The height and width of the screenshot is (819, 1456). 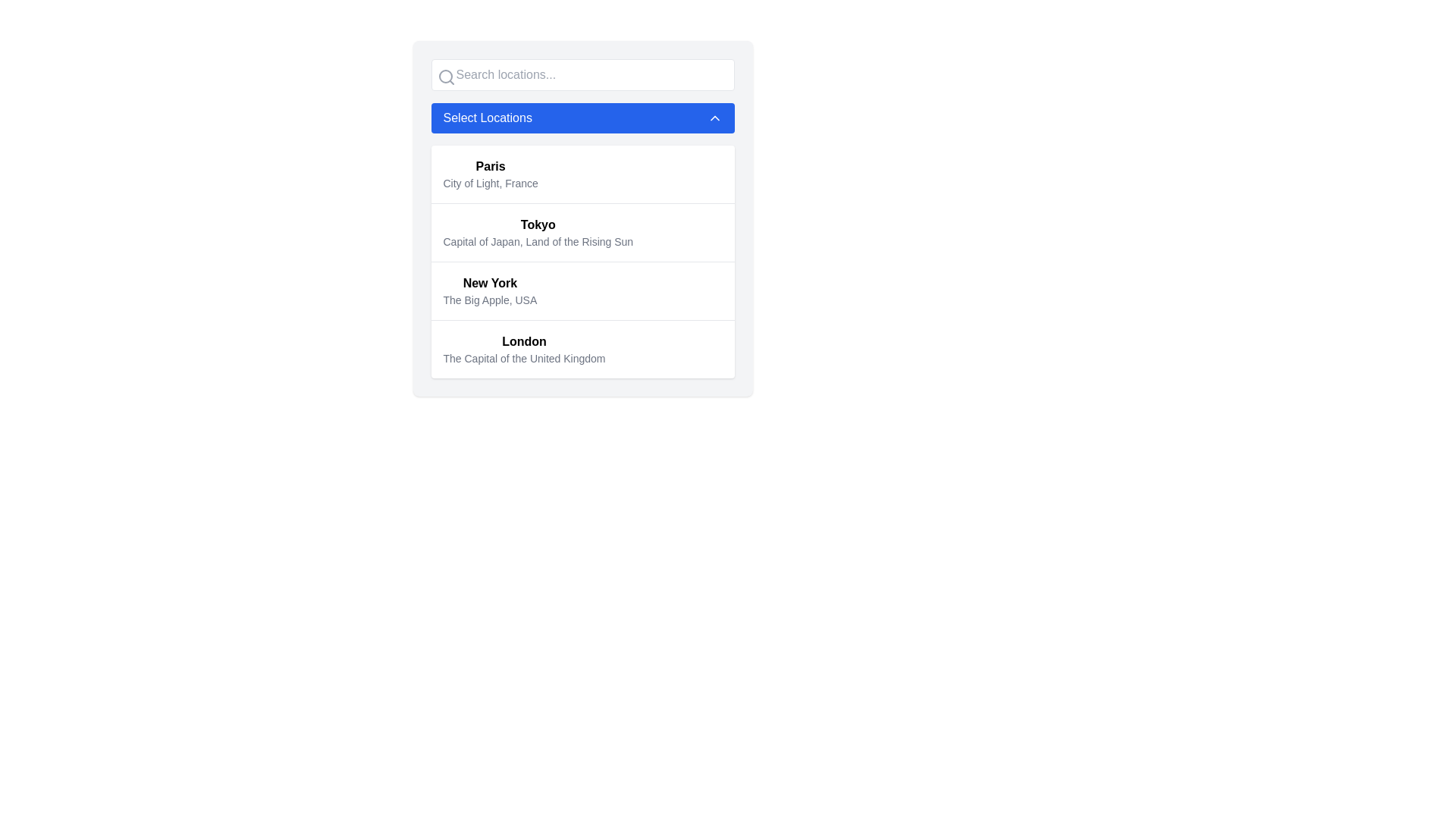 What do you see at coordinates (538, 233) in the screenshot?
I see `the List item containing the bolded header text 'Tokyo' and the description 'Capital of Japan, Land of the Rising Sun', which is the second item in a list of locations` at bounding box center [538, 233].